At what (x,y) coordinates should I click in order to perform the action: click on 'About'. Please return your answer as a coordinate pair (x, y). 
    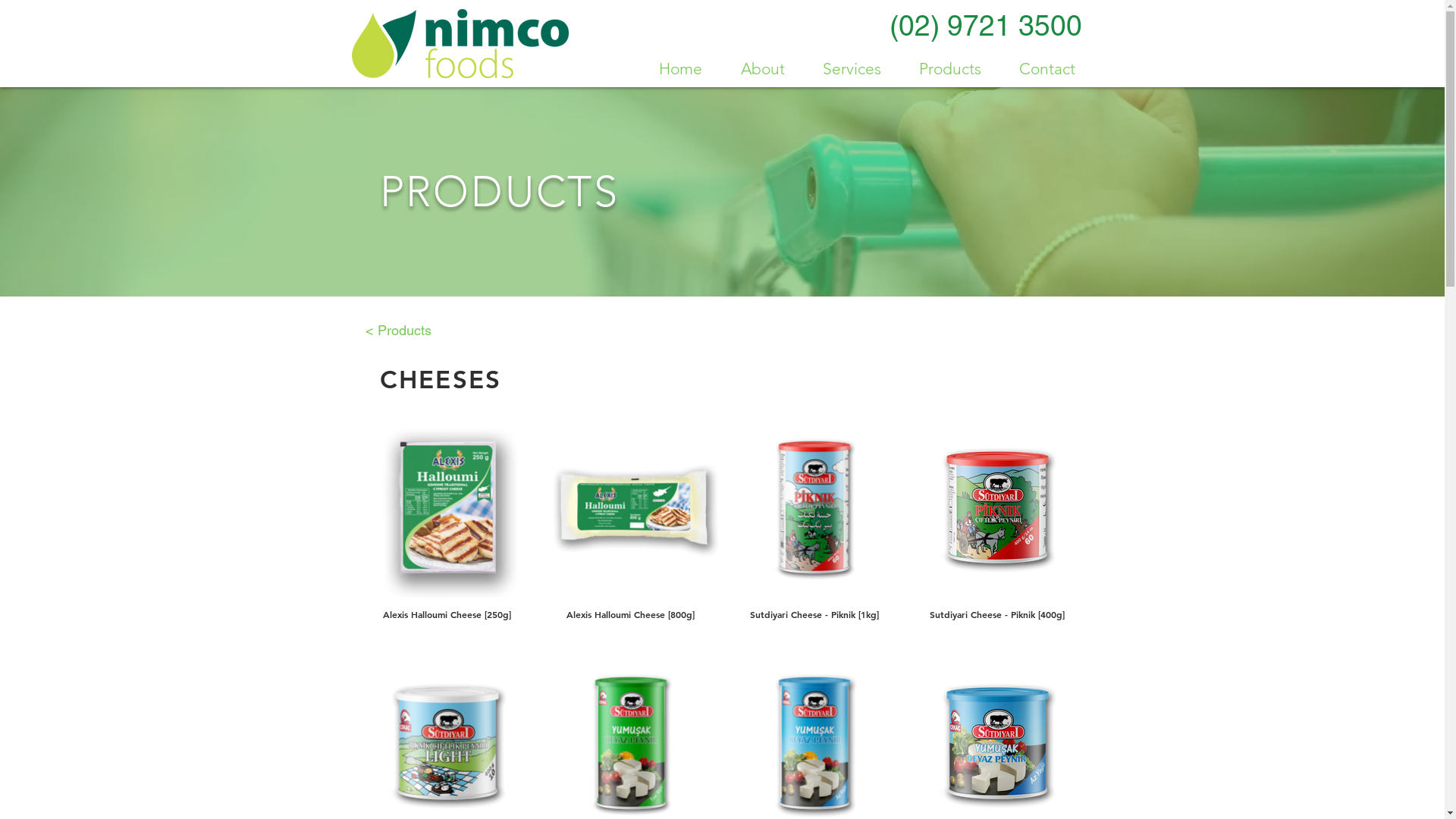
    Looking at the image, I should click on (763, 68).